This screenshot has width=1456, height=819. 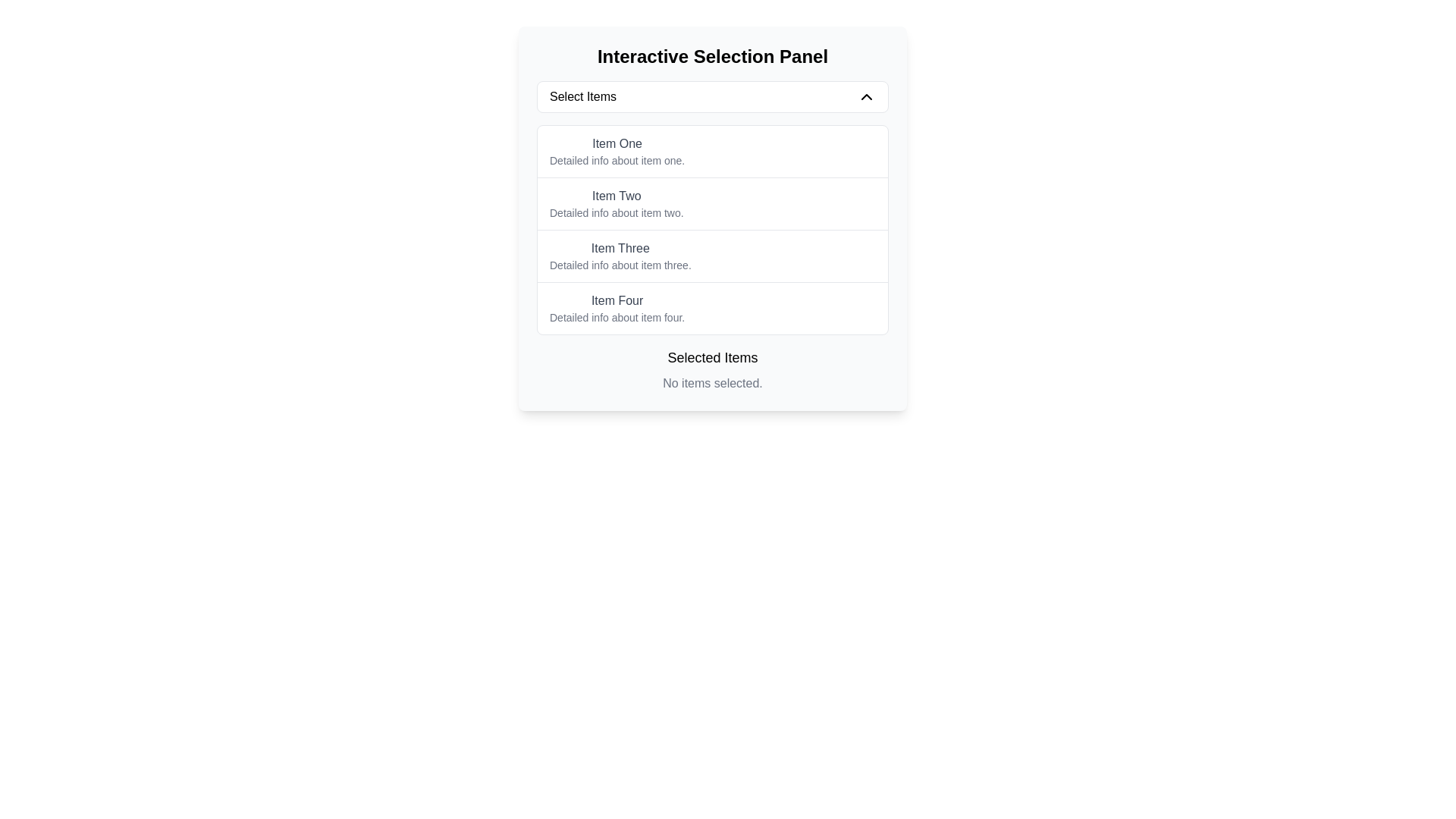 What do you see at coordinates (617, 143) in the screenshot?
I see `the main title text label of the first list item in the selection panel, located near the top-center of the panel below the 'Select Items' dropdown` at bounding box center [617, 143].